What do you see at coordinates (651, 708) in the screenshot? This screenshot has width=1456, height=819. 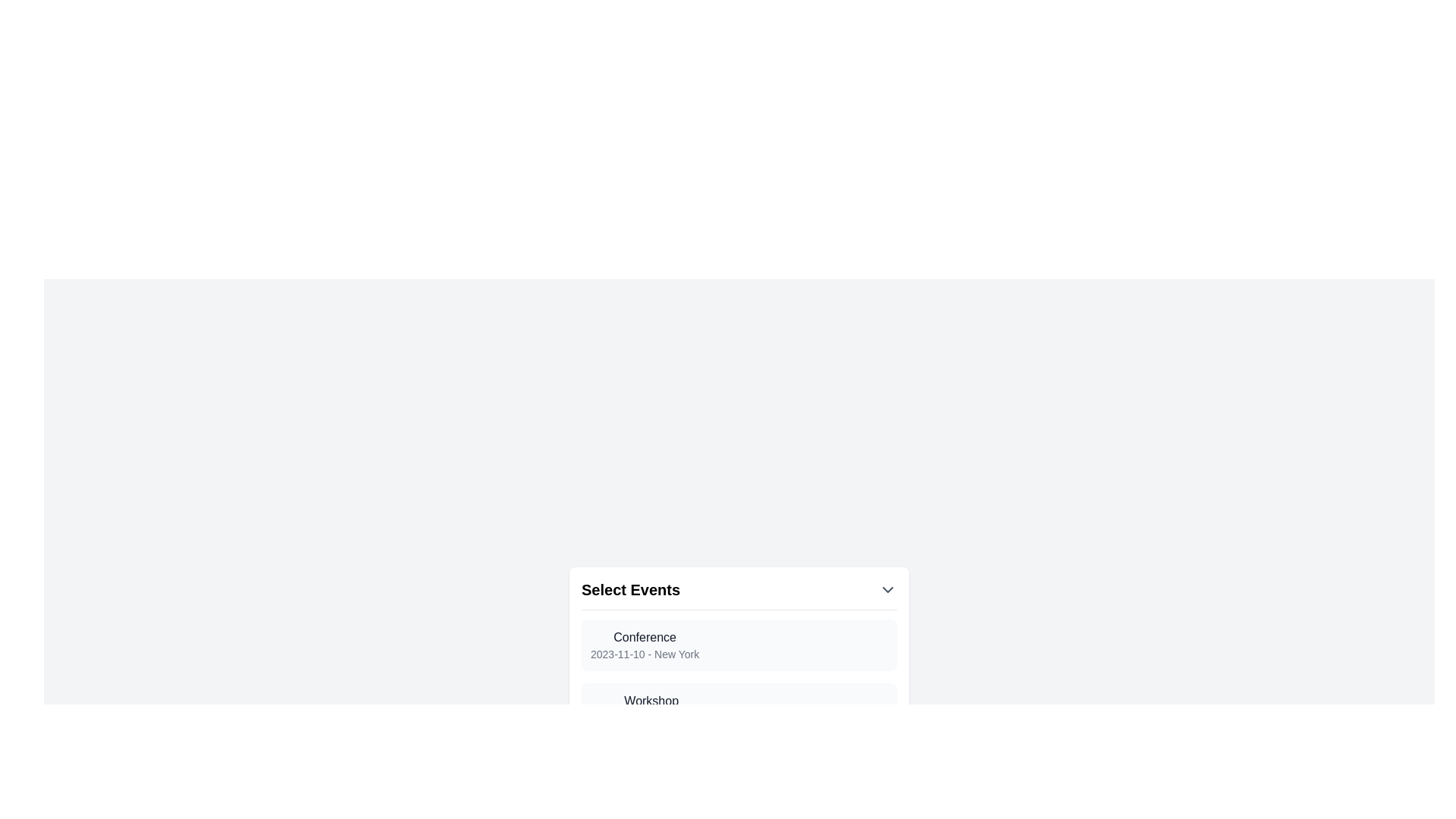 I see `the two-line labeled text item displaying 'Workshop2023-11-15 - Los Angeles', which is styled with 'Workshop' in black and the details in smaller gray font, located below 'Select Events'` at bounding box center [651, 708].